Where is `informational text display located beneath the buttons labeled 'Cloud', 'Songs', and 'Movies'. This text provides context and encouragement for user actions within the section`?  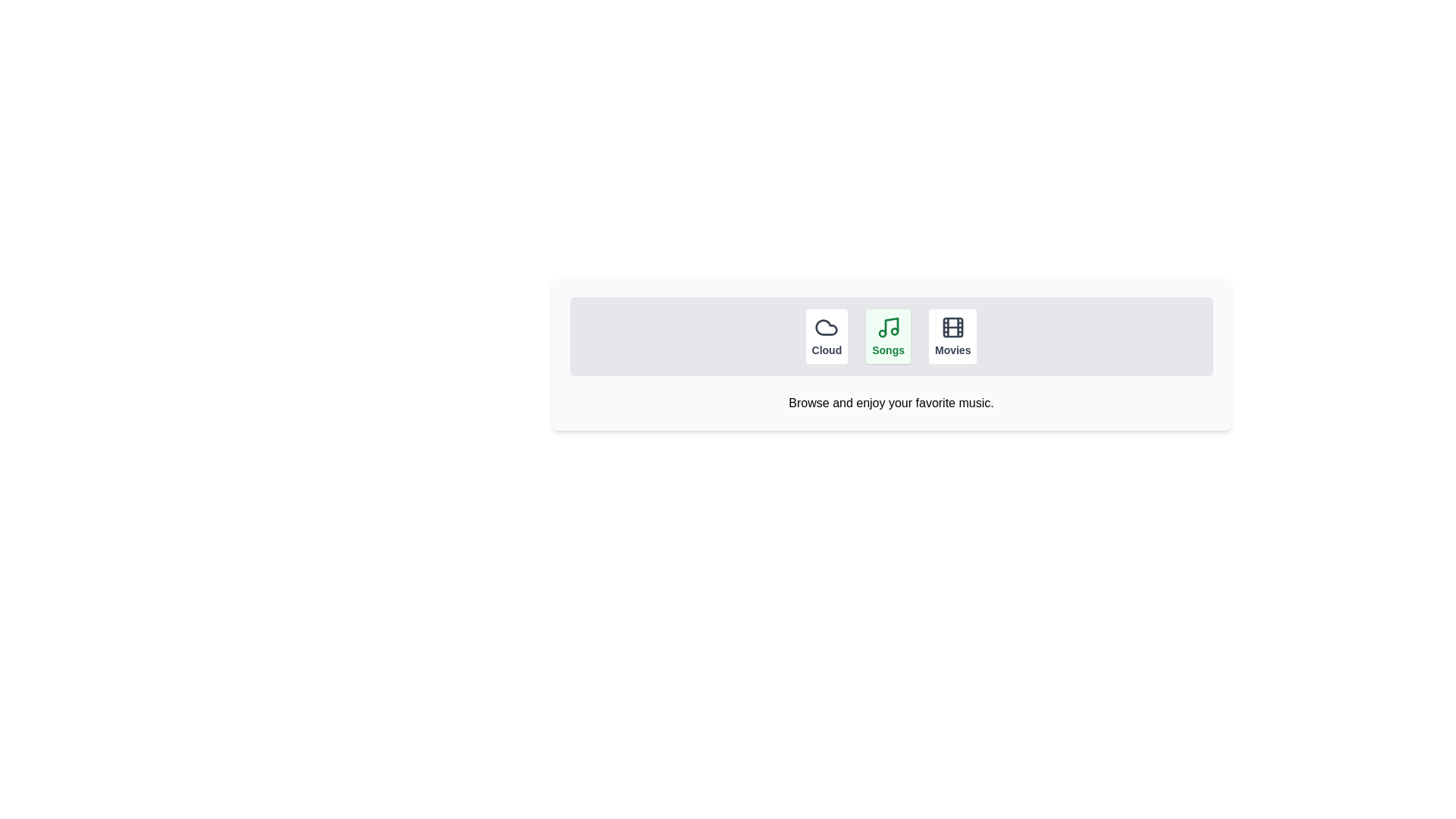
informational text display located beneath the buttons labeled 'Cloud', 'Songs', and 'Movies'. This text provides context and encouragement for user actions within the section is located at coordinates (891, 403).